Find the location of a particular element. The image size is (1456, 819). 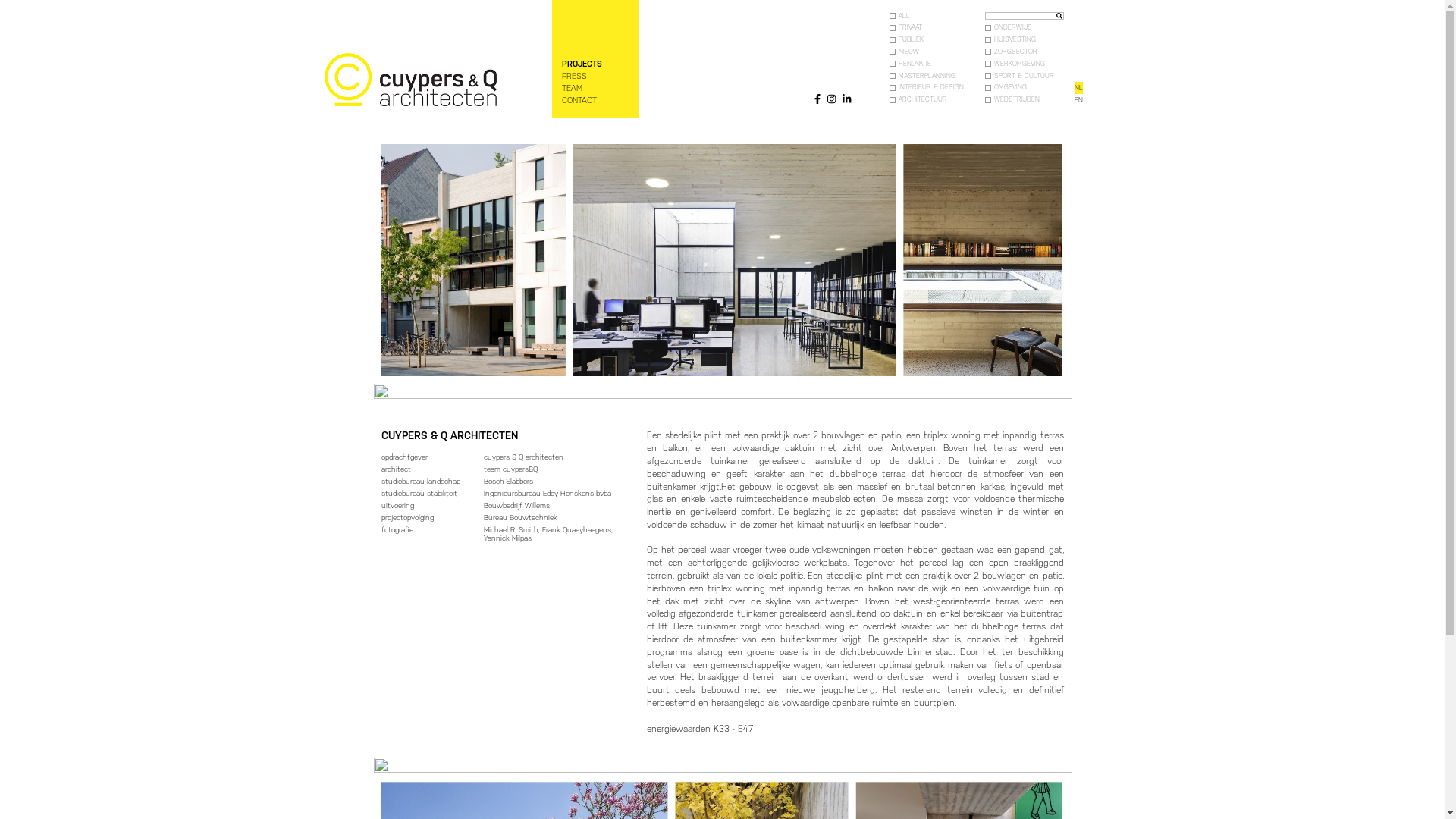

'PROJECTS' is located at coordinates (560, 63).